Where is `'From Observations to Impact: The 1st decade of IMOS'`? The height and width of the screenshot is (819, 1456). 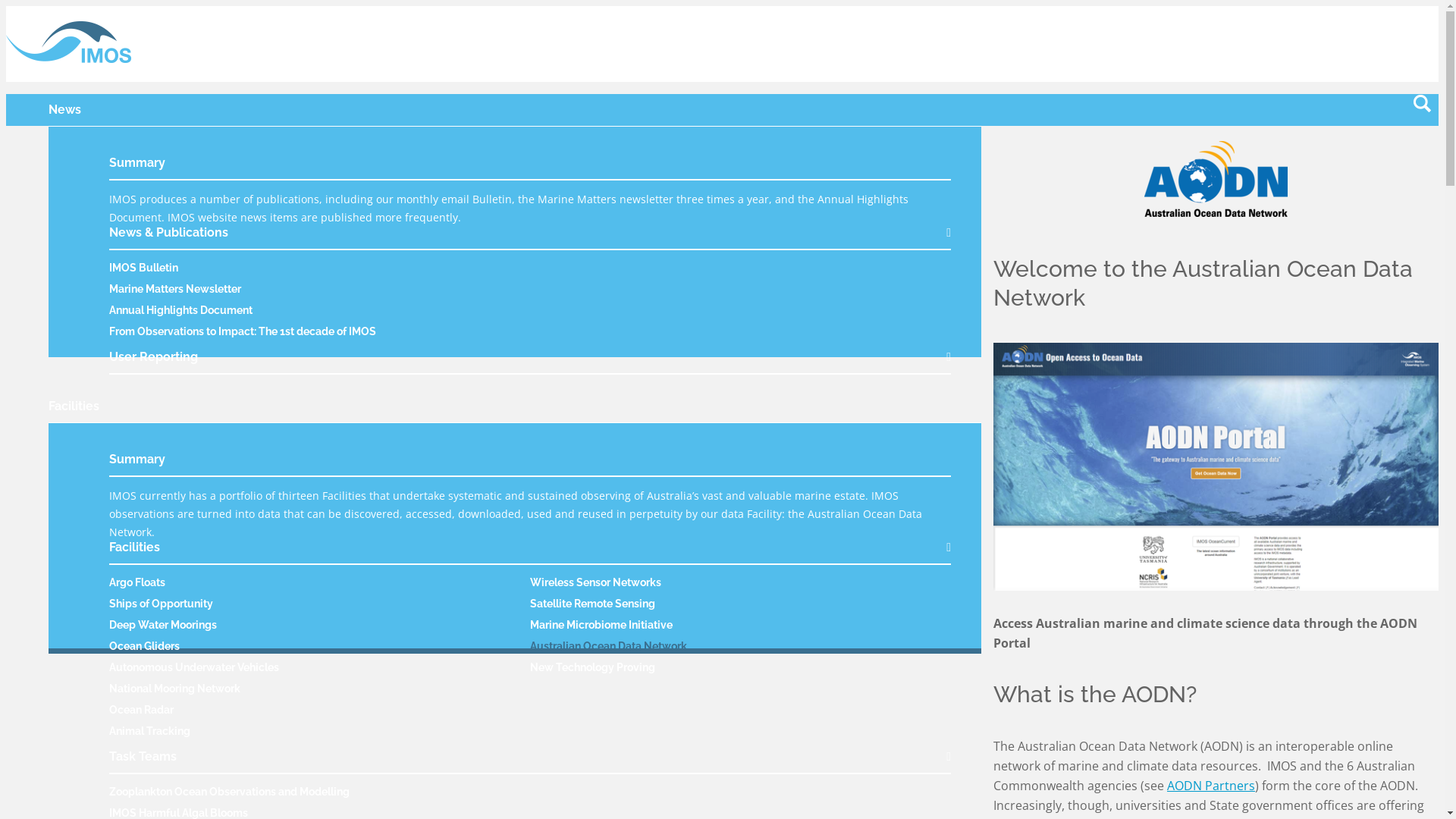 'From Observations to Impact: The 1st decade of IMOS' is located at coordinates (243, 330).